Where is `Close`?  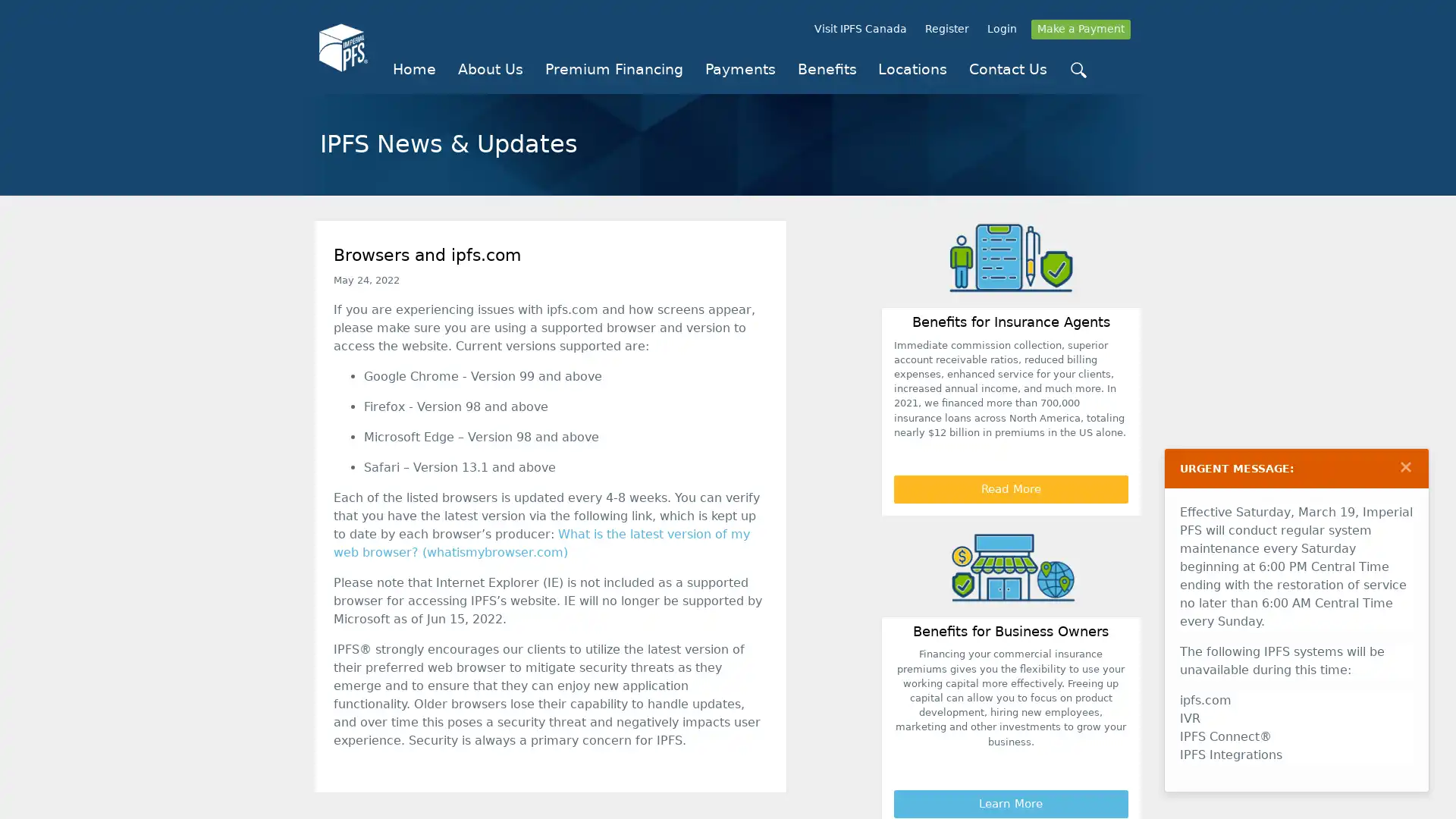
Close is located at coordinates (1404, 466).